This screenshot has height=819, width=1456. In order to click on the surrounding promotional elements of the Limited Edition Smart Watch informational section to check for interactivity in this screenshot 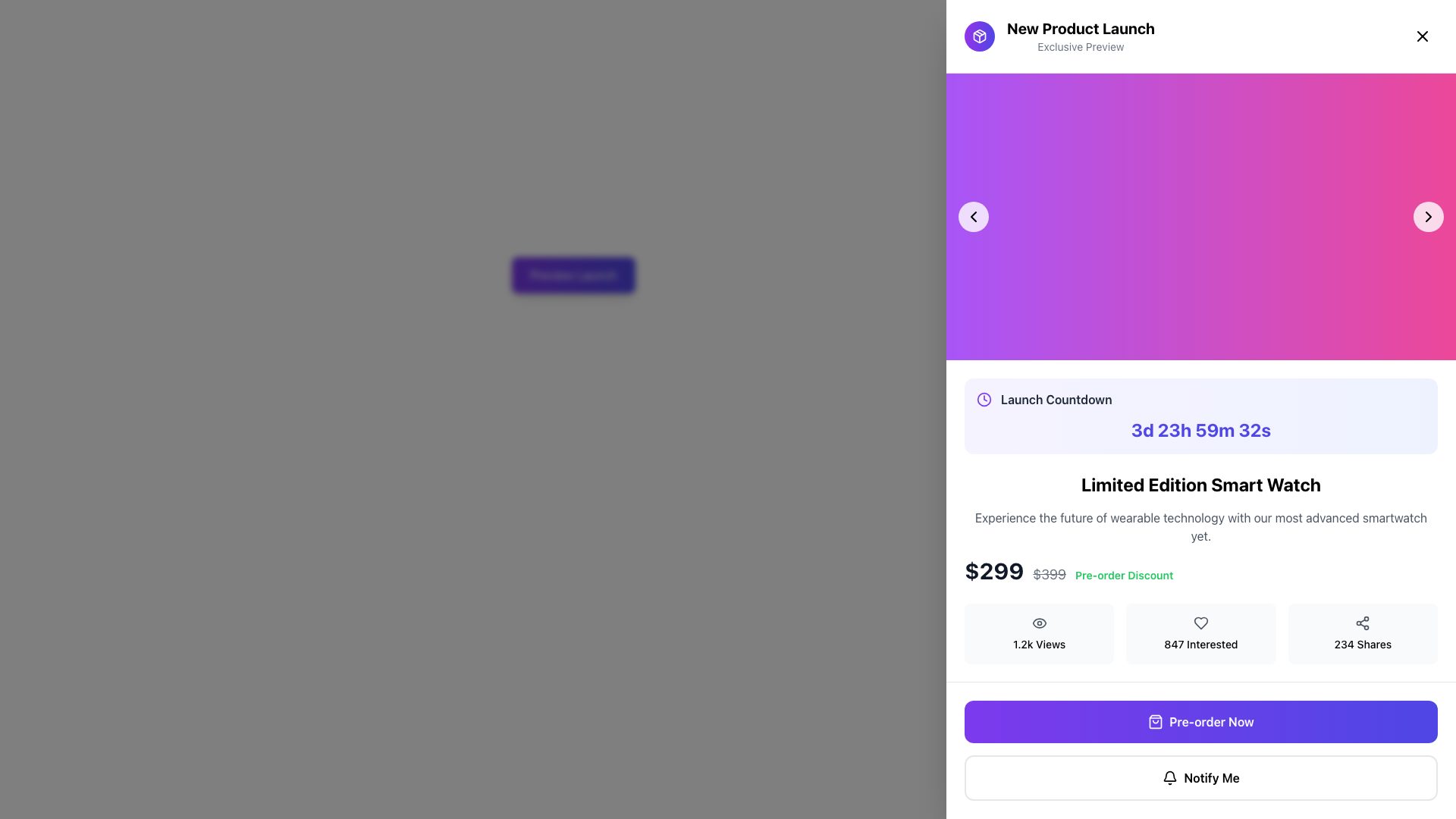, I will do `click(1200, 528)`.